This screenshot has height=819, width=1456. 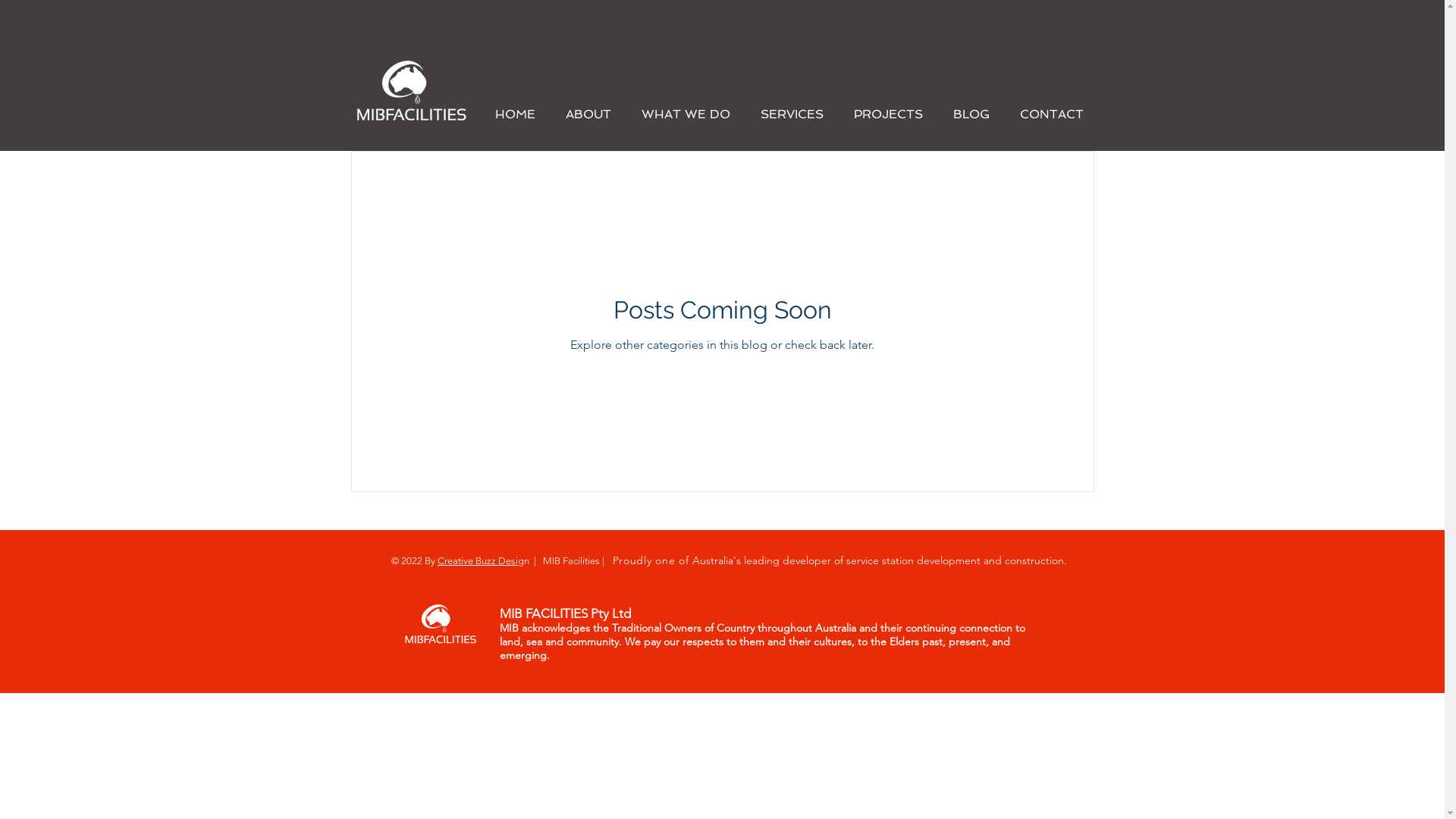 I want to click on 'ABOUT', so click(x=588, y=113).